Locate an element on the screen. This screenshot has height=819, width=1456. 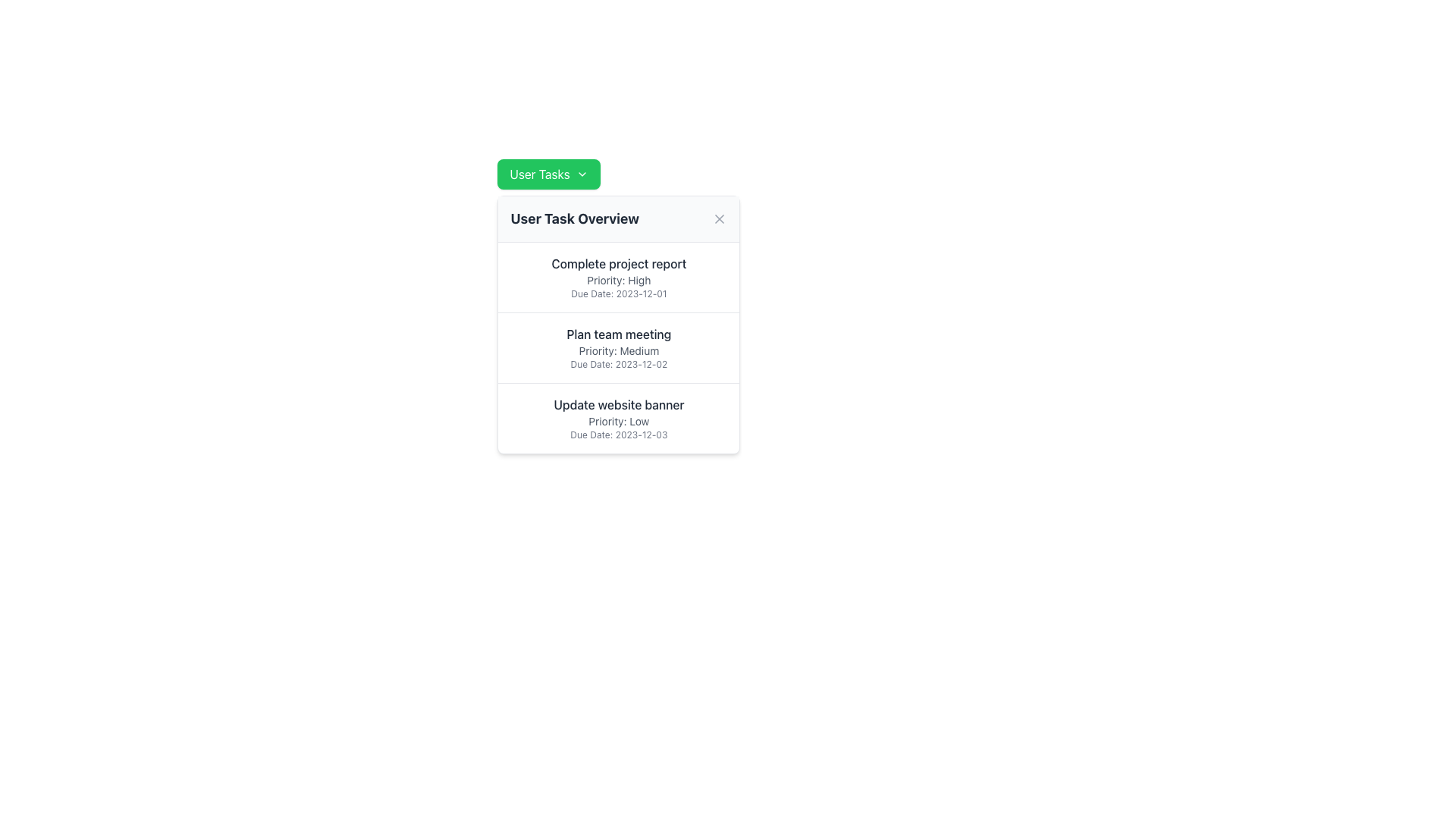
the task item display for 'Plan team meeting' located under 'User Task Overview' is located at coordinates (619, 348).